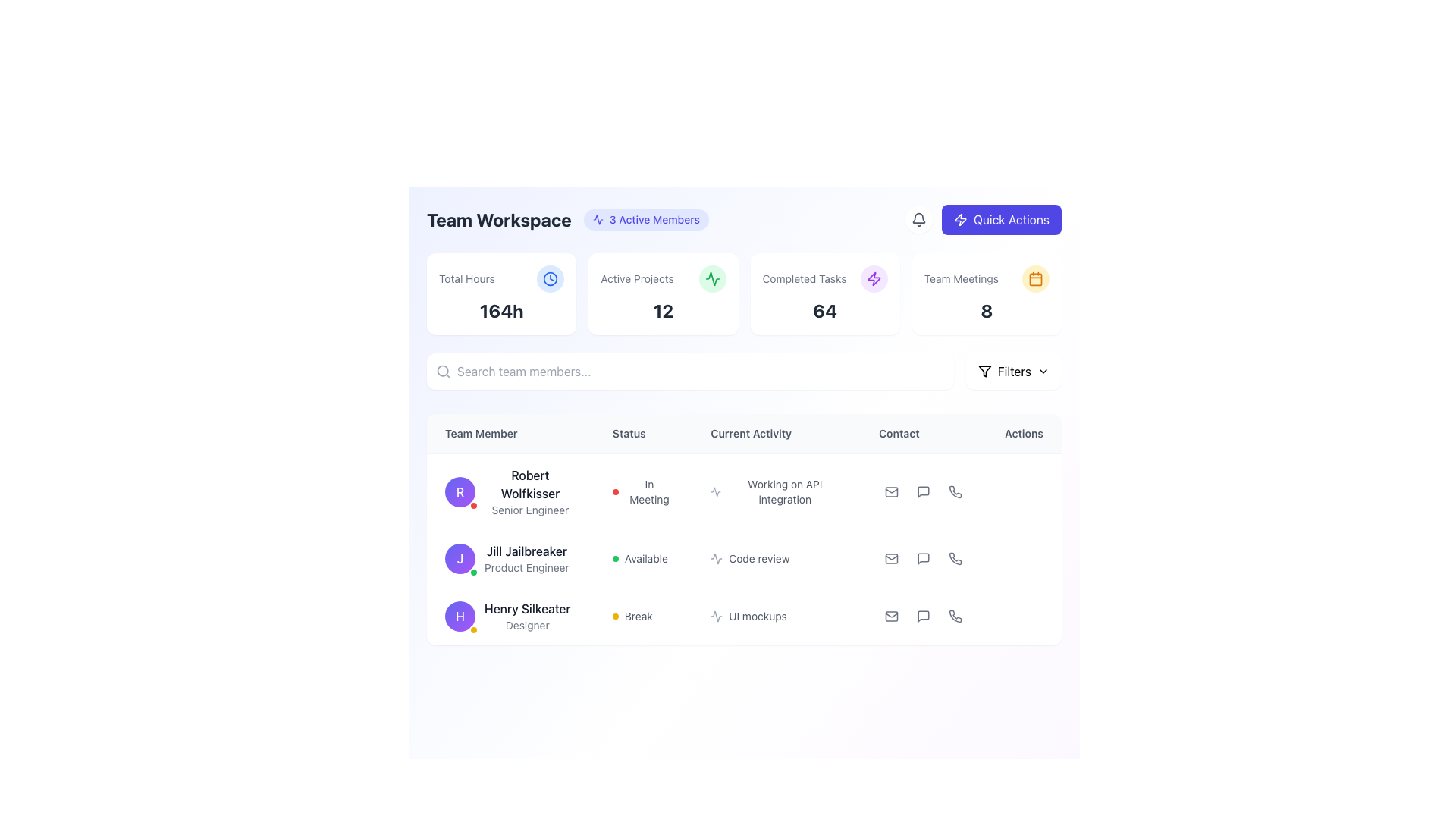 This screenshot has width=1456, height=819. Describe the element at coordinates (892, 617) in the screenshot. I see `the SVG graphic component that represents the email messaging option in the 'Contact' column of the 'Actions' row` at that location.